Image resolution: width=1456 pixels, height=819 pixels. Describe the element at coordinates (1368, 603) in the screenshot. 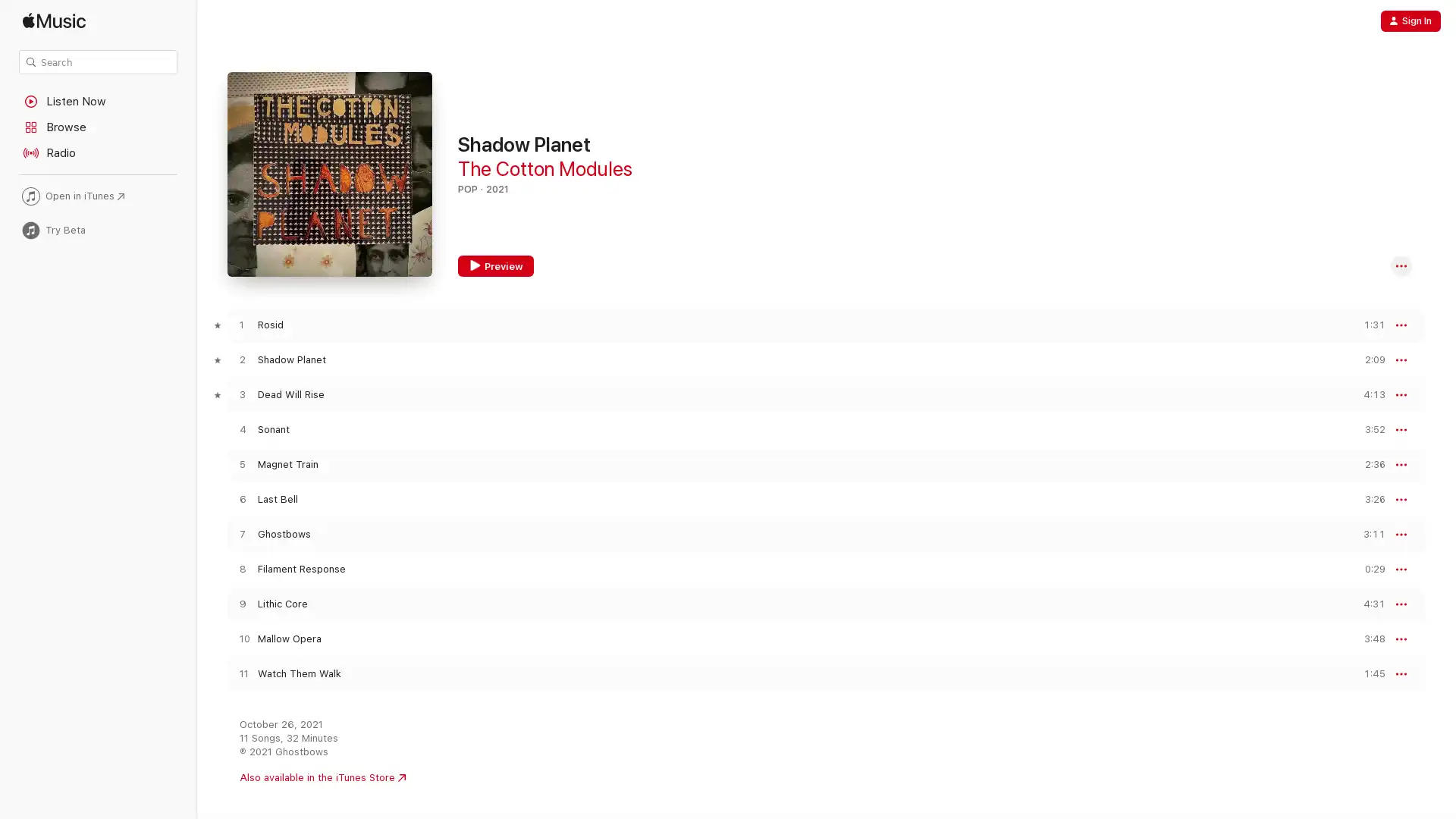

I see `Preview` at that location.